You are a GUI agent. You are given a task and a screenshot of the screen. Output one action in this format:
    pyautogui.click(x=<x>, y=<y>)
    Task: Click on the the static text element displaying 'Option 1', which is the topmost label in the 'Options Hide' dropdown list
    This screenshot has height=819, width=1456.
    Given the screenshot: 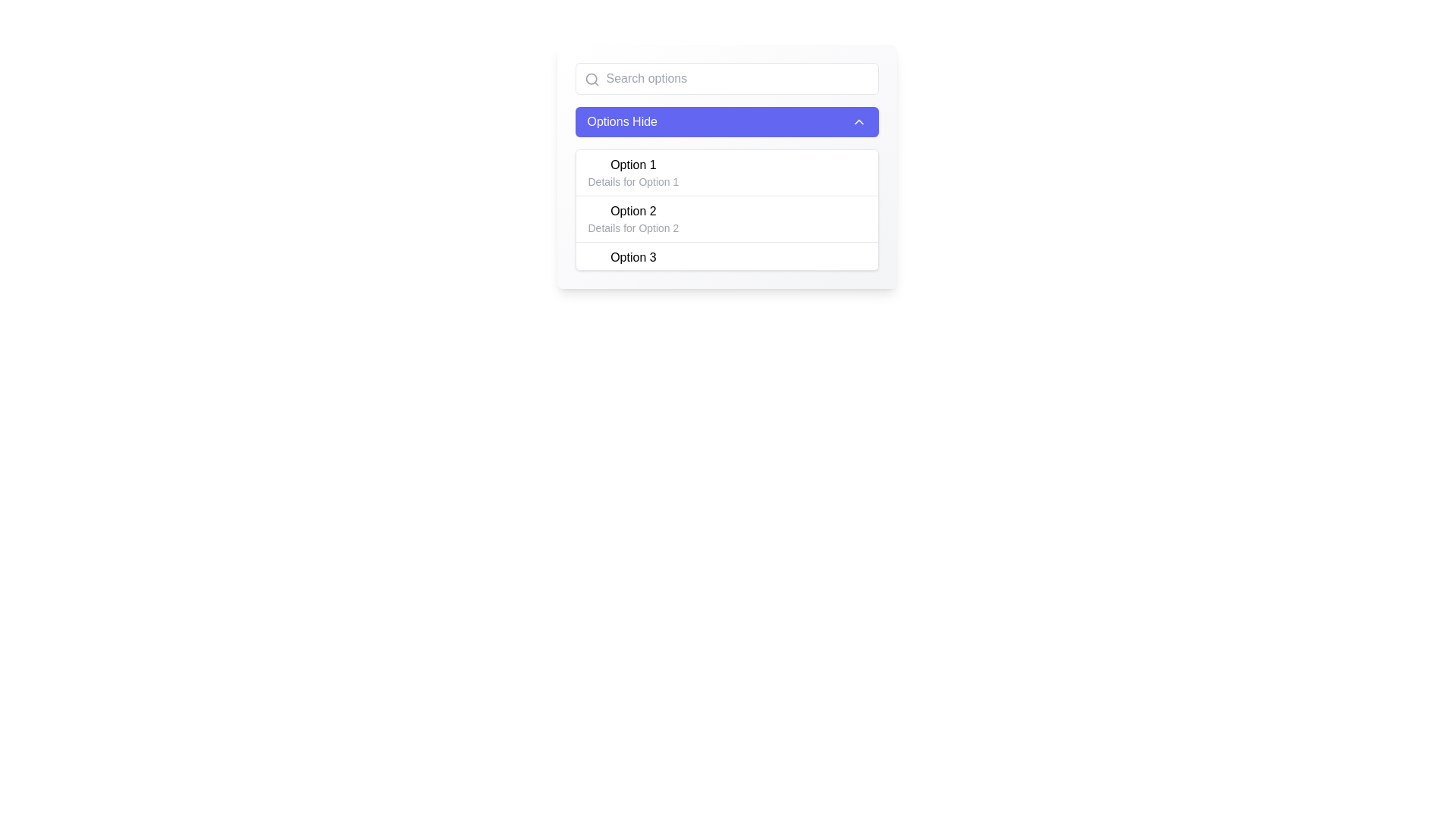 What is the action you would take?
    pyautogui.click(x=633, y=165)
    